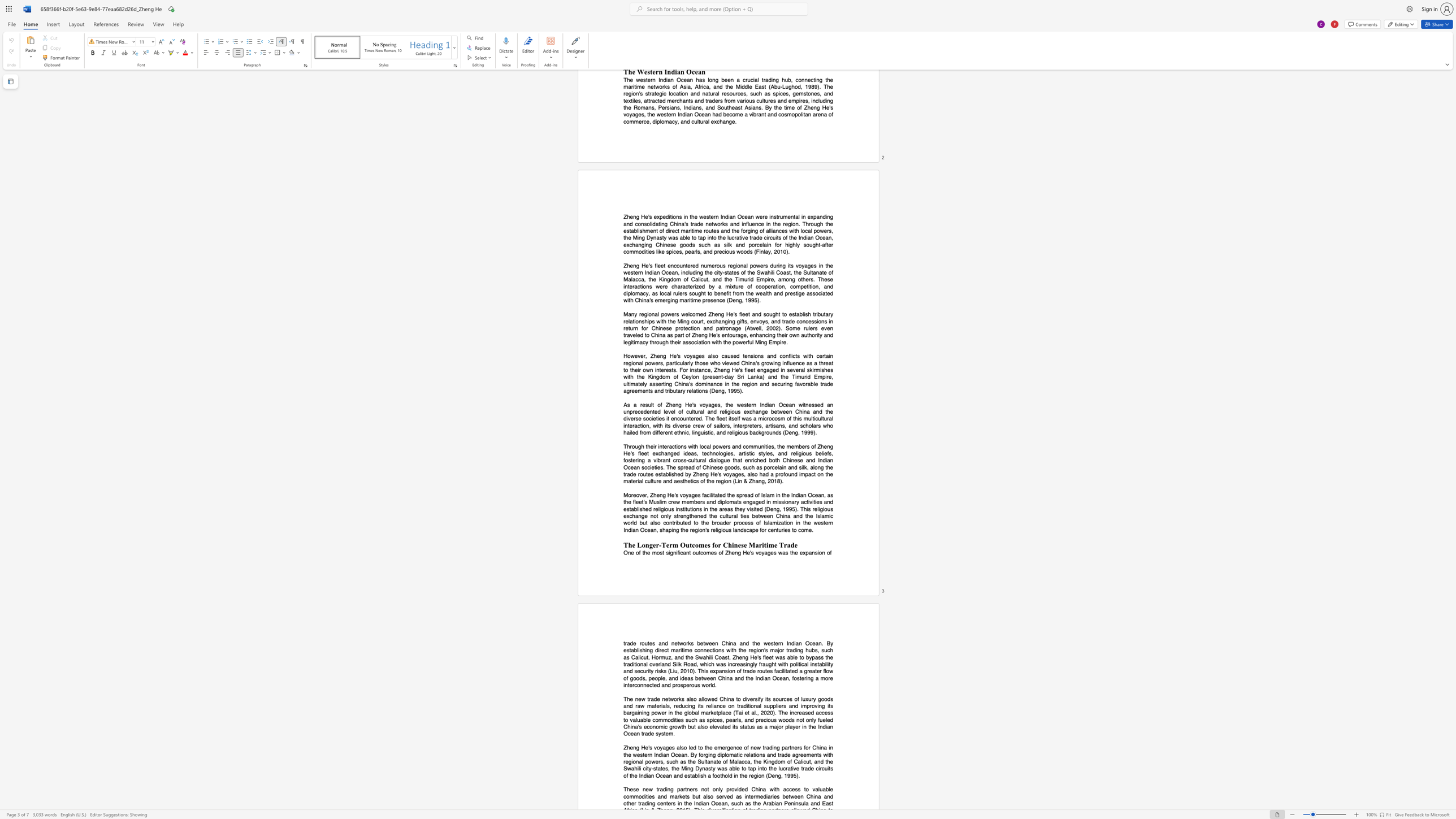 Image resolution: width=1456 pixels, height=819 pixels. What do you see at coordinates (819, 553) in the screenshot?
I see `the space between the continuous character "i" and "o" in the text` at bounding box center [819, 553].